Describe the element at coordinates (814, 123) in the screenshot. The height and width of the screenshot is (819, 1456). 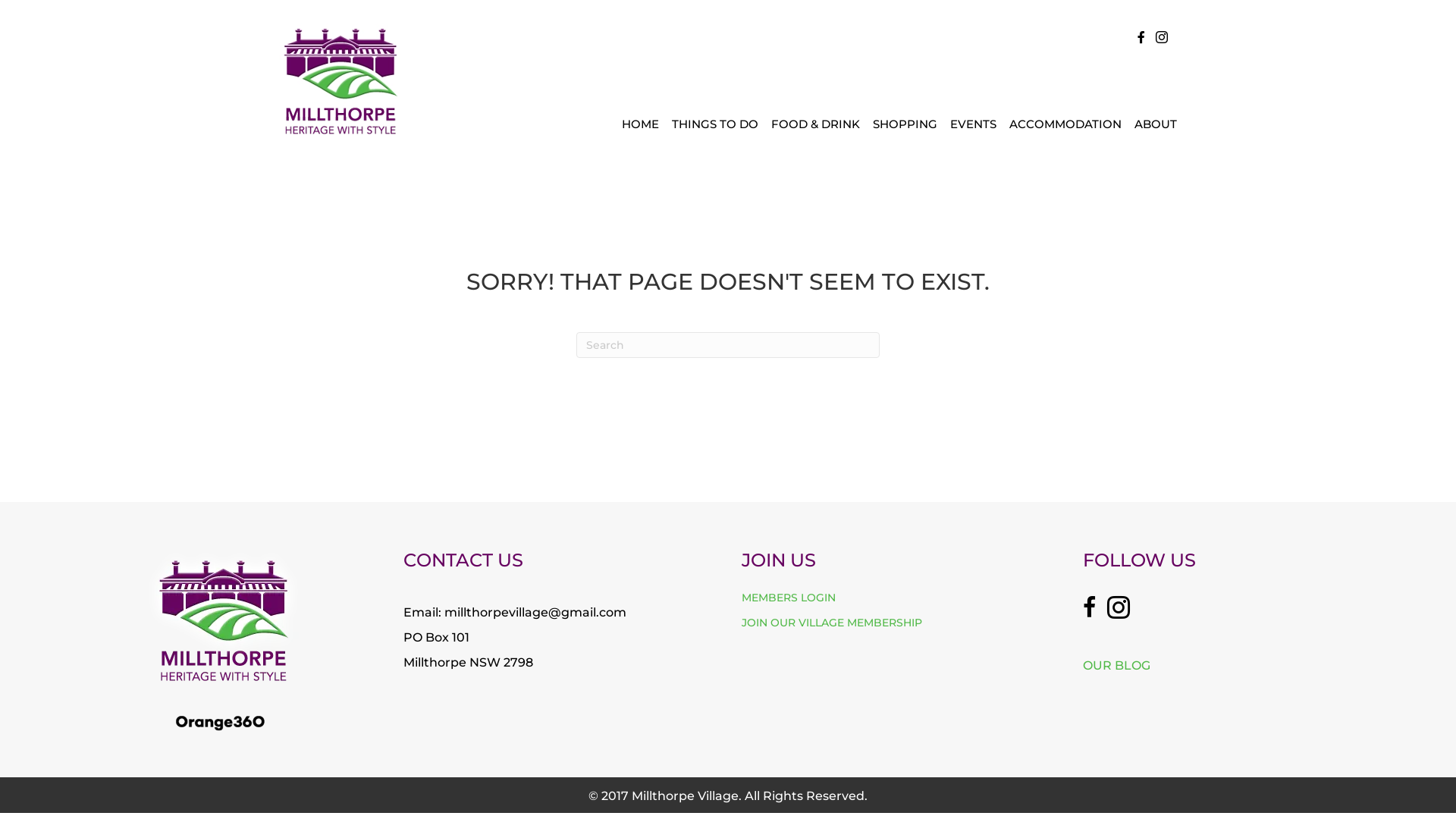
I see `'FOOD & DRINK'` at that location.